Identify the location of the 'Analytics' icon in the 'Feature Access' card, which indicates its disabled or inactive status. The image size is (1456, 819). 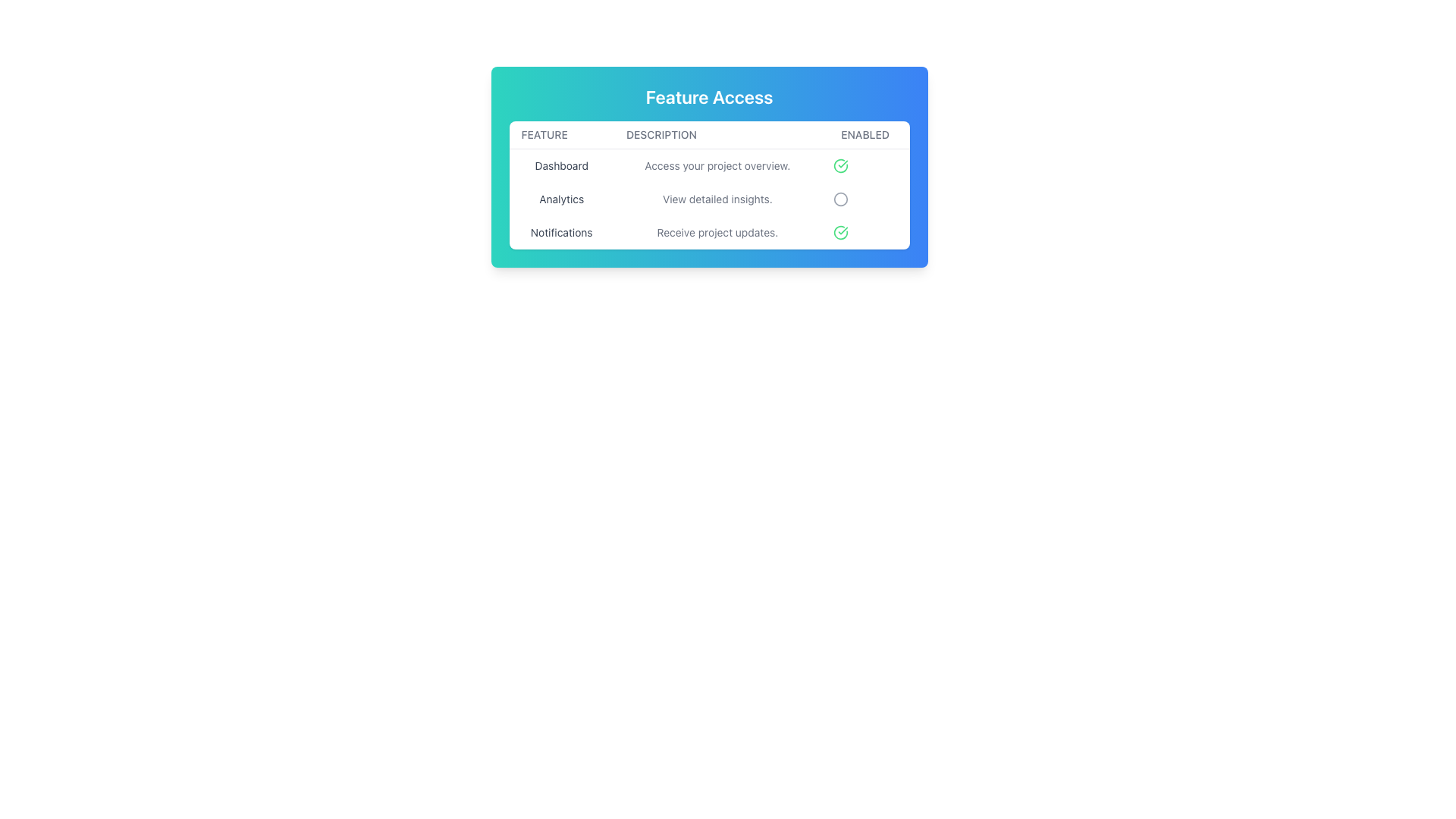
(839, 198).